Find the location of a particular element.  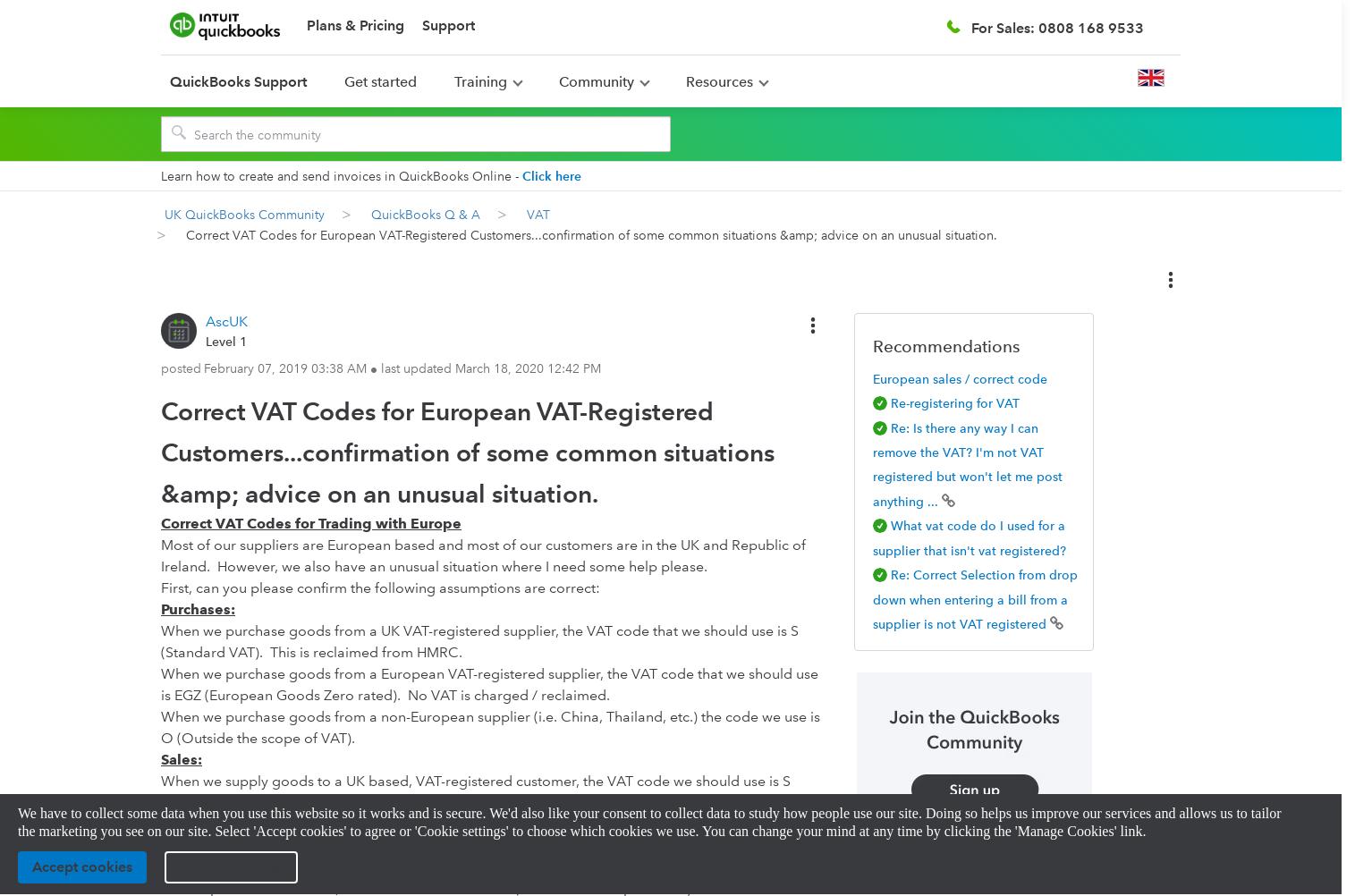

'Level 1' is located at coordinates (204, 340).